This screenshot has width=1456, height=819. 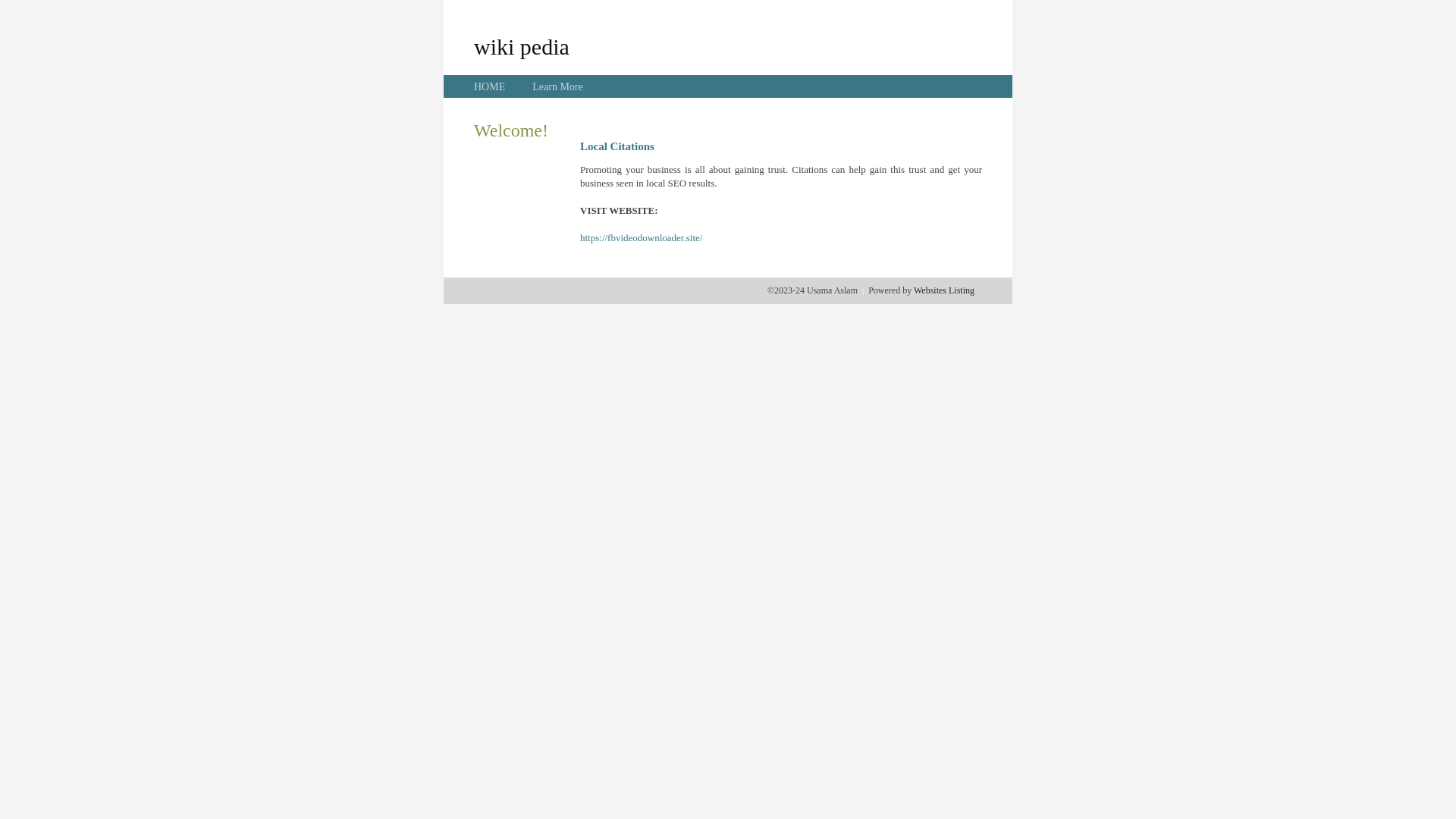 What do you see at coordinates (472, 45) in the screenshot?
I see `'wiki pedia'` at bounding box center [472, 45].